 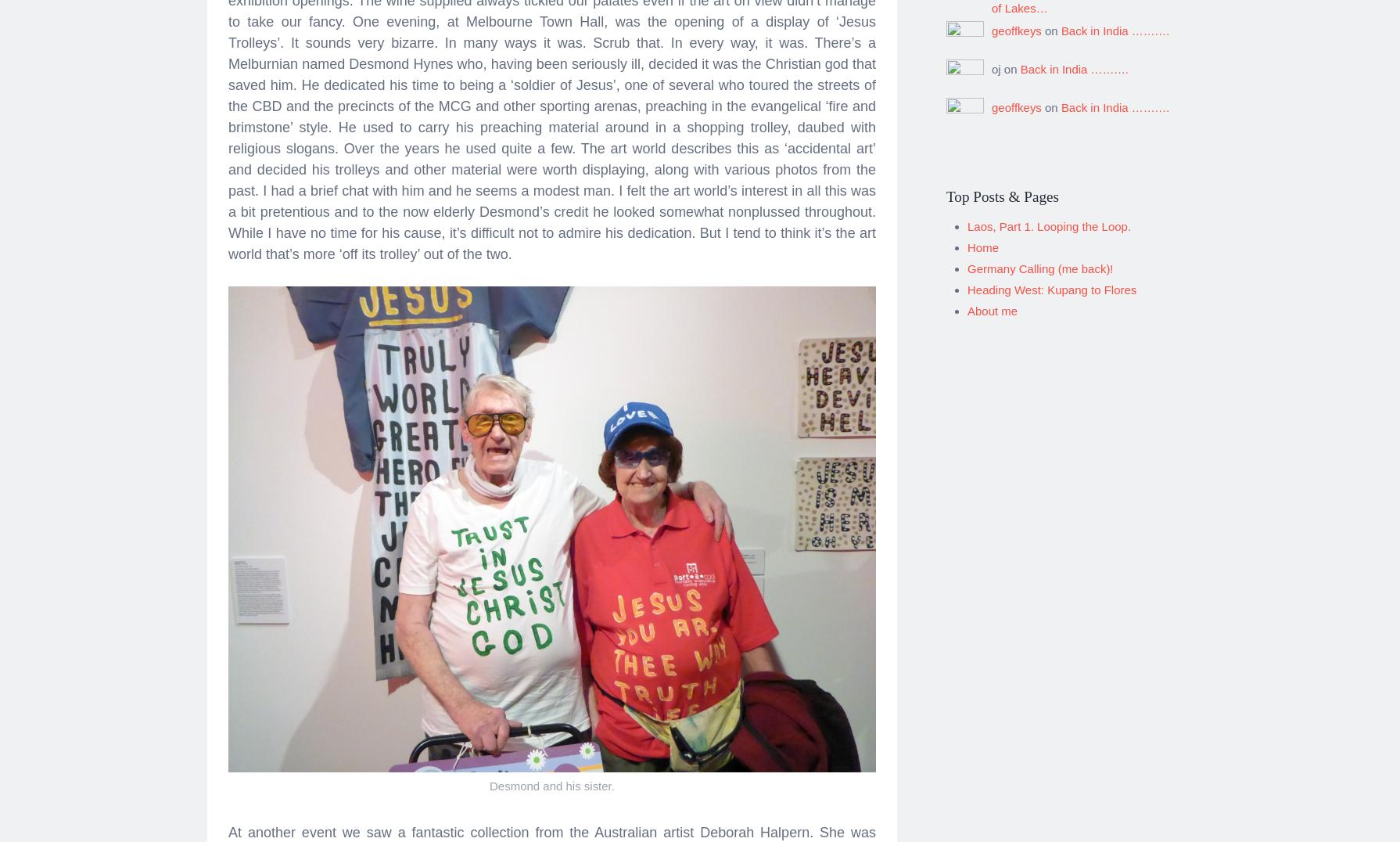 I want to click on 'oj on', so click(x=1005, y=63).